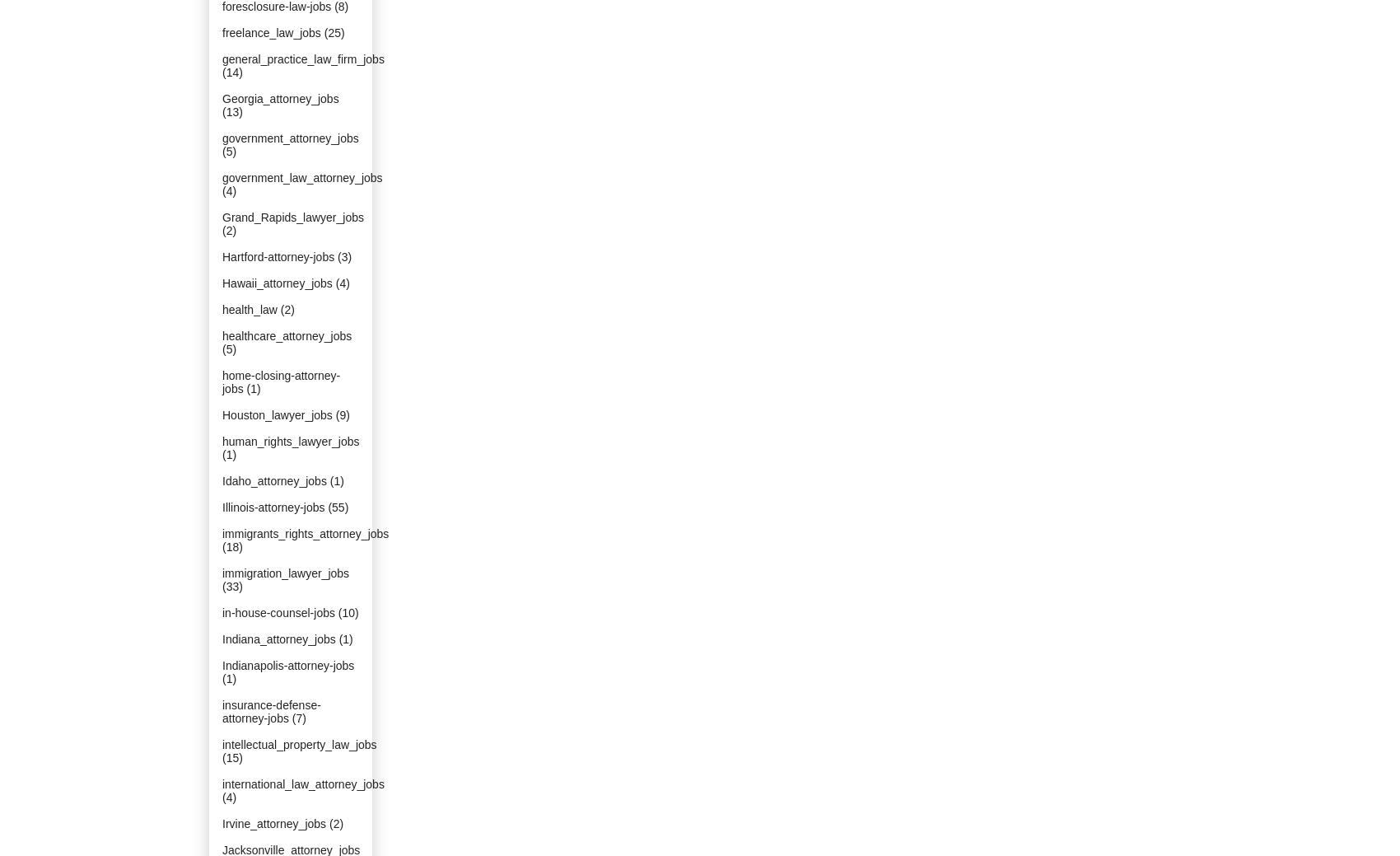 The image size is (1400, 856). Describe the element at coordinates (273, 824) in the screenshot. I see `'Irvine_attorney_jobs'` at that location.